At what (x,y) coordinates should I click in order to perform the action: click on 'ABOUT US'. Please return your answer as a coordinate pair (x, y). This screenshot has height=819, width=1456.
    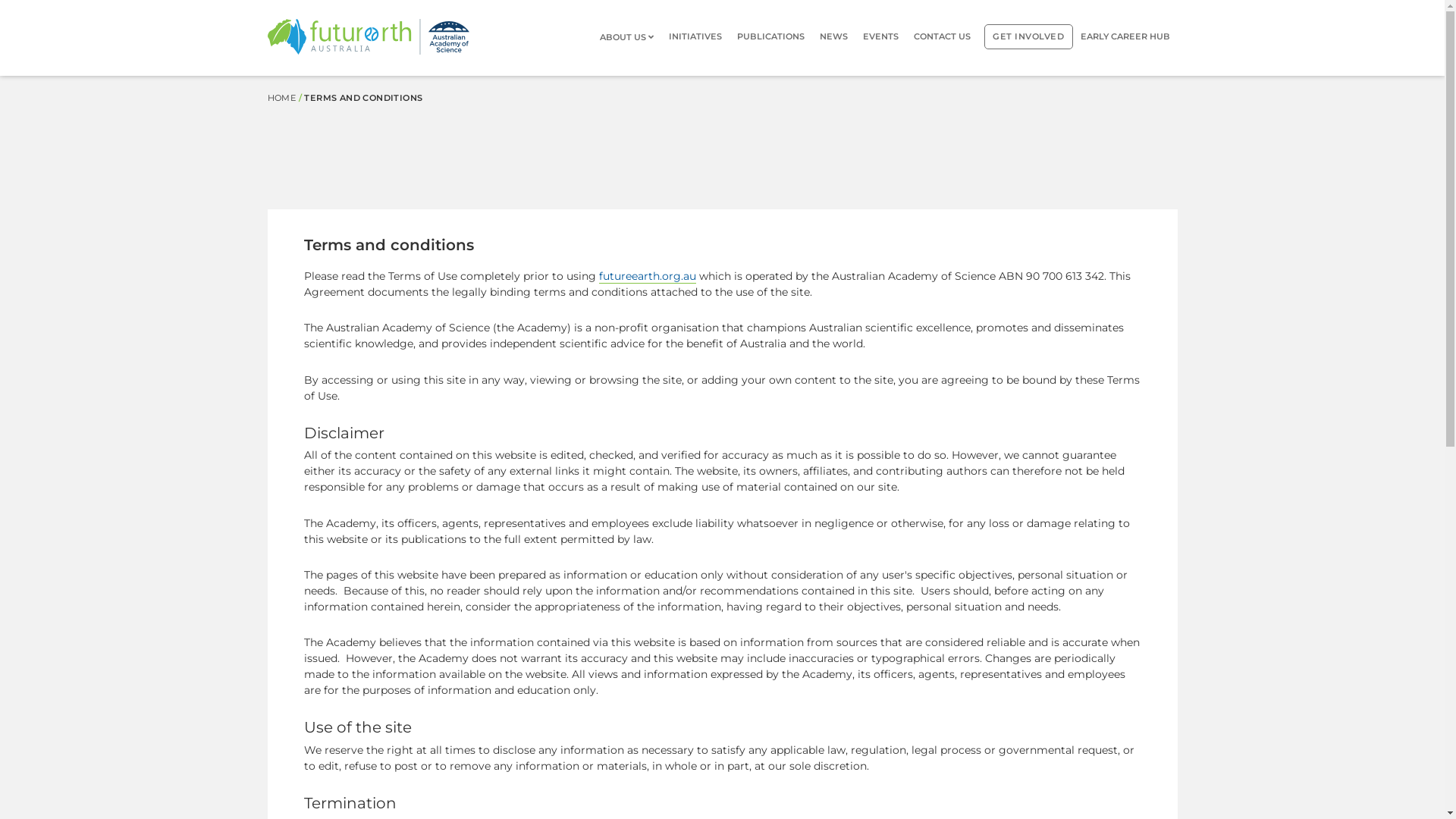
    Looking at the image, I should click on (630, 36).